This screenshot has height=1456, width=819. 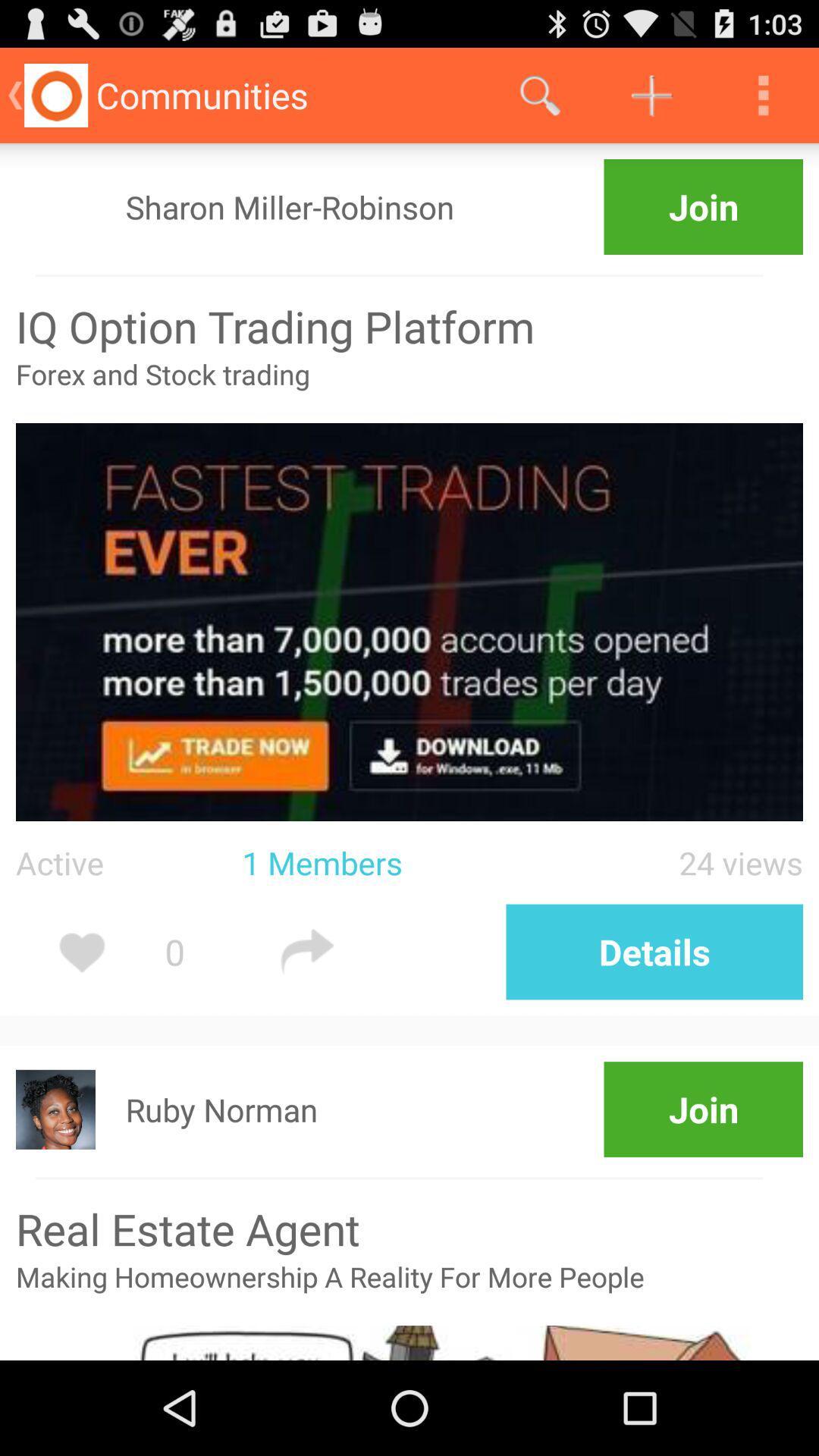 What do you see at coordinates (398, 1178) in the screenshot?
I see `icon above real estate agent item` at bounding box center [398, 1178].